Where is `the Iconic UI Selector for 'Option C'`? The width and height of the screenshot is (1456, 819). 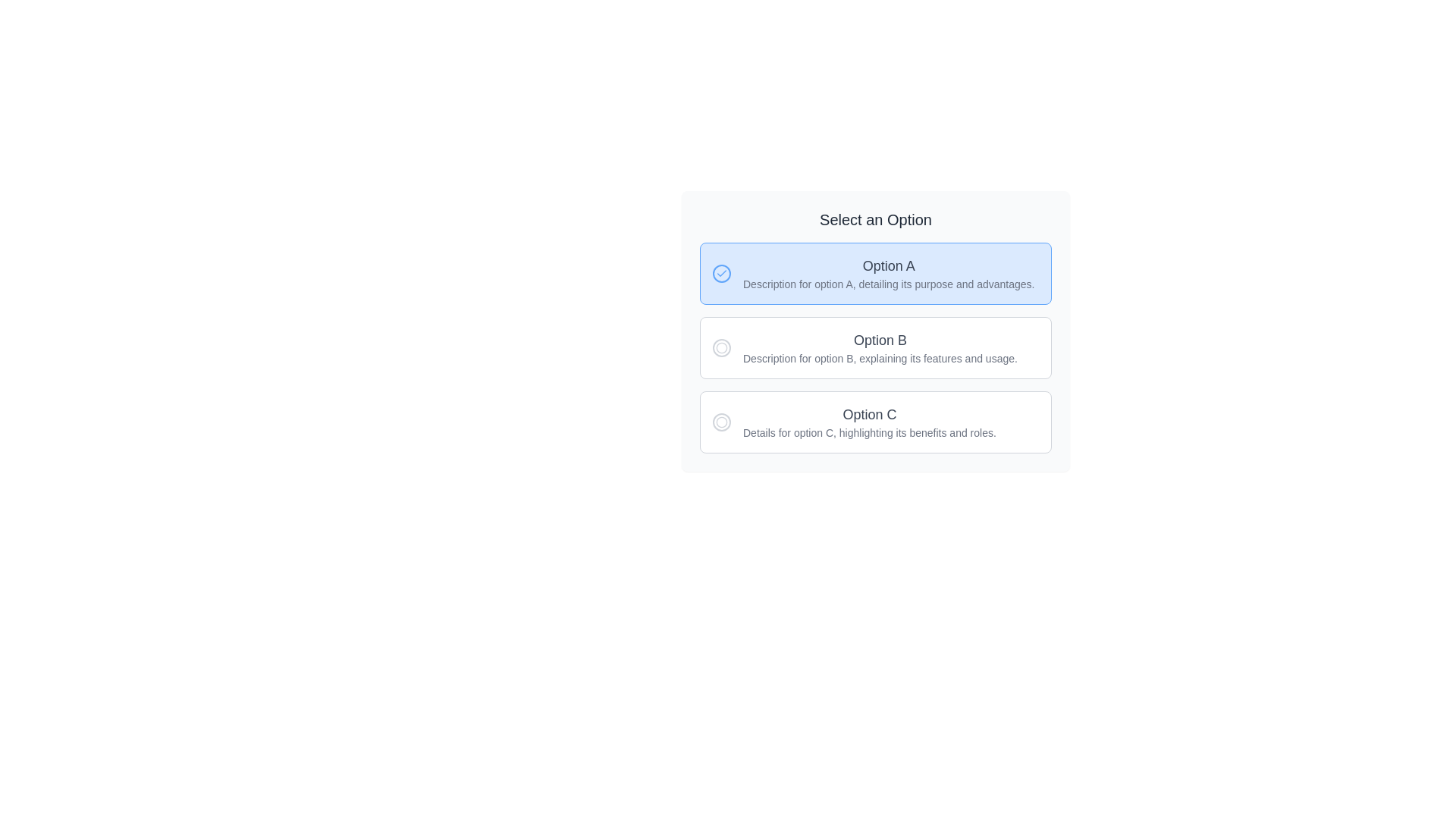
the Iconic UI Selector for 'Option C' is located at coordinates (720, 422).